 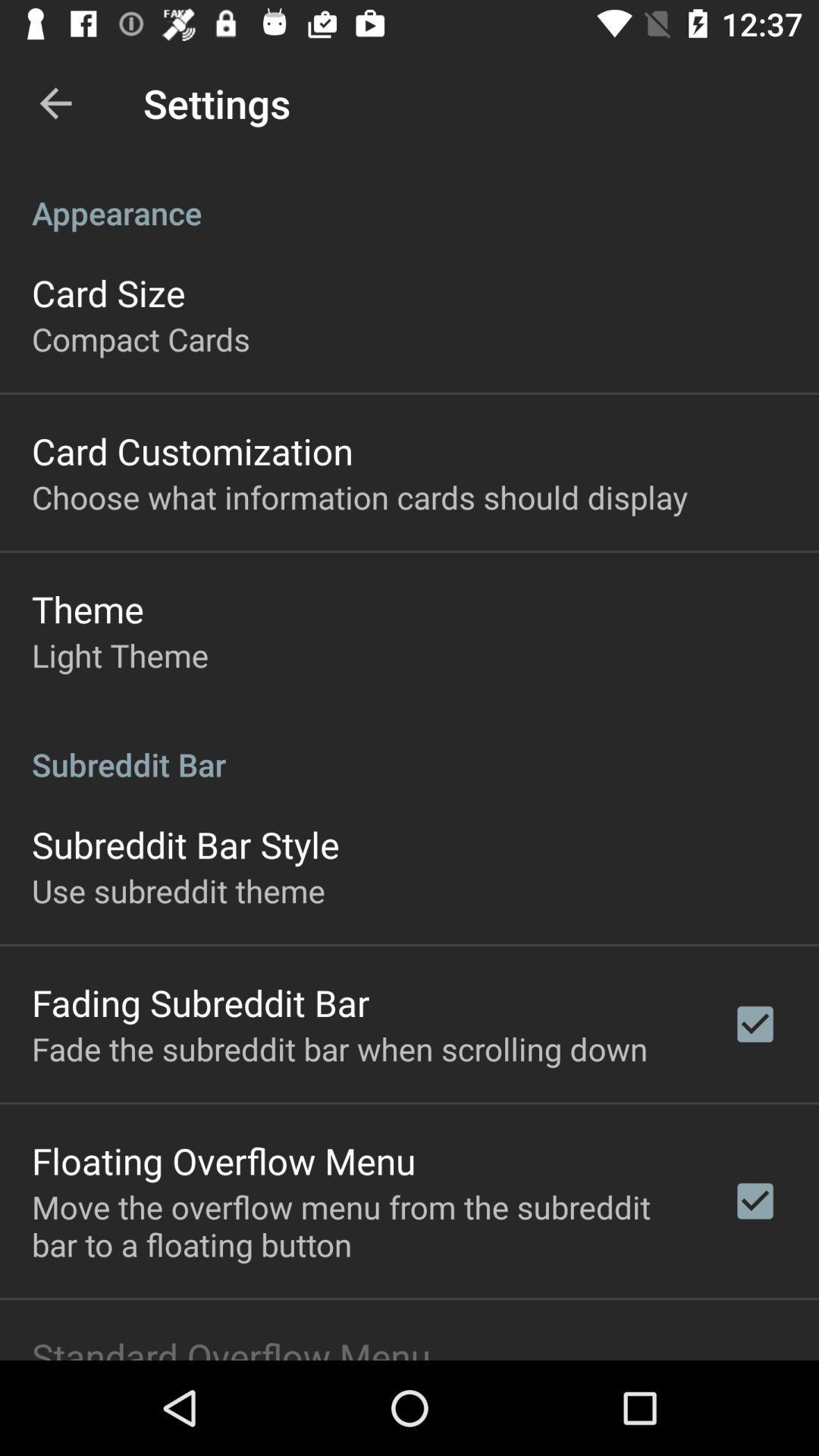 I want to click on app above the standard overflow menu, so click(x=362, y=1225).